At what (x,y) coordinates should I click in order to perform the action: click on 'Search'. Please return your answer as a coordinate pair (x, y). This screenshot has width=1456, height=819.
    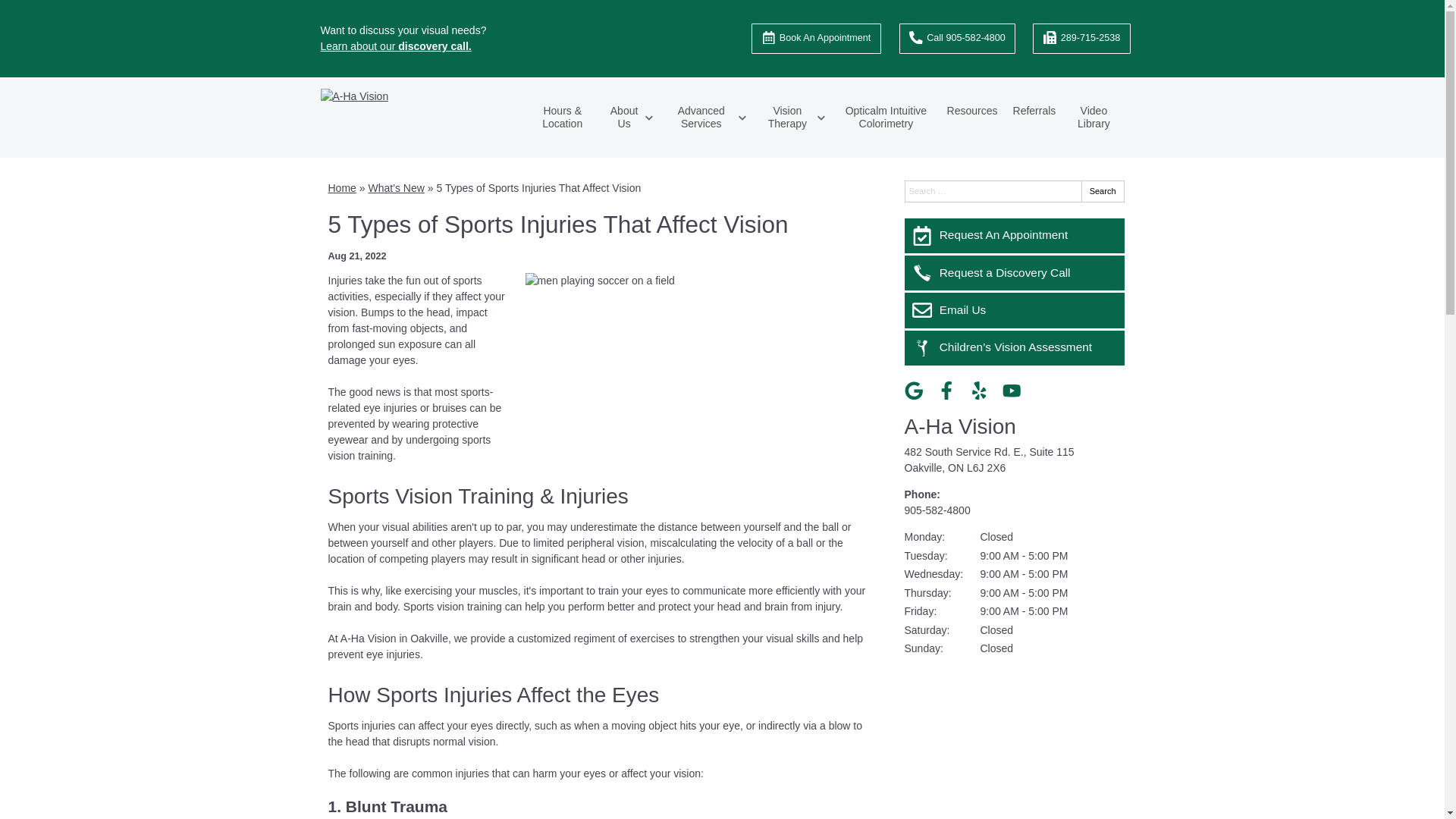
    Looking at the image, I should click on (1103, 190).